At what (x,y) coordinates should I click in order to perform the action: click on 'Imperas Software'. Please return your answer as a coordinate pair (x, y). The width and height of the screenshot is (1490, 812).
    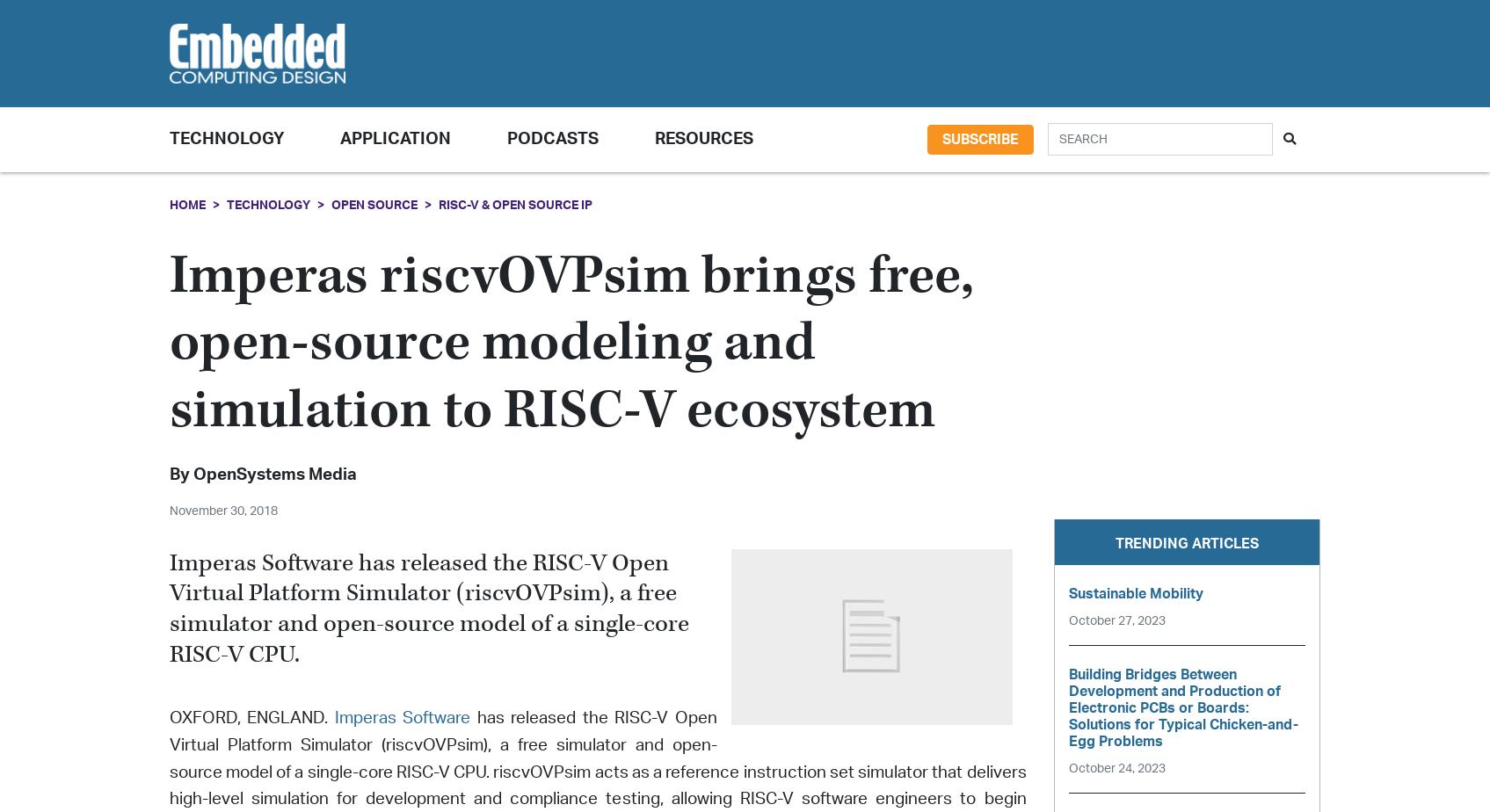
    Looking at the image, I should click on (401, 718).